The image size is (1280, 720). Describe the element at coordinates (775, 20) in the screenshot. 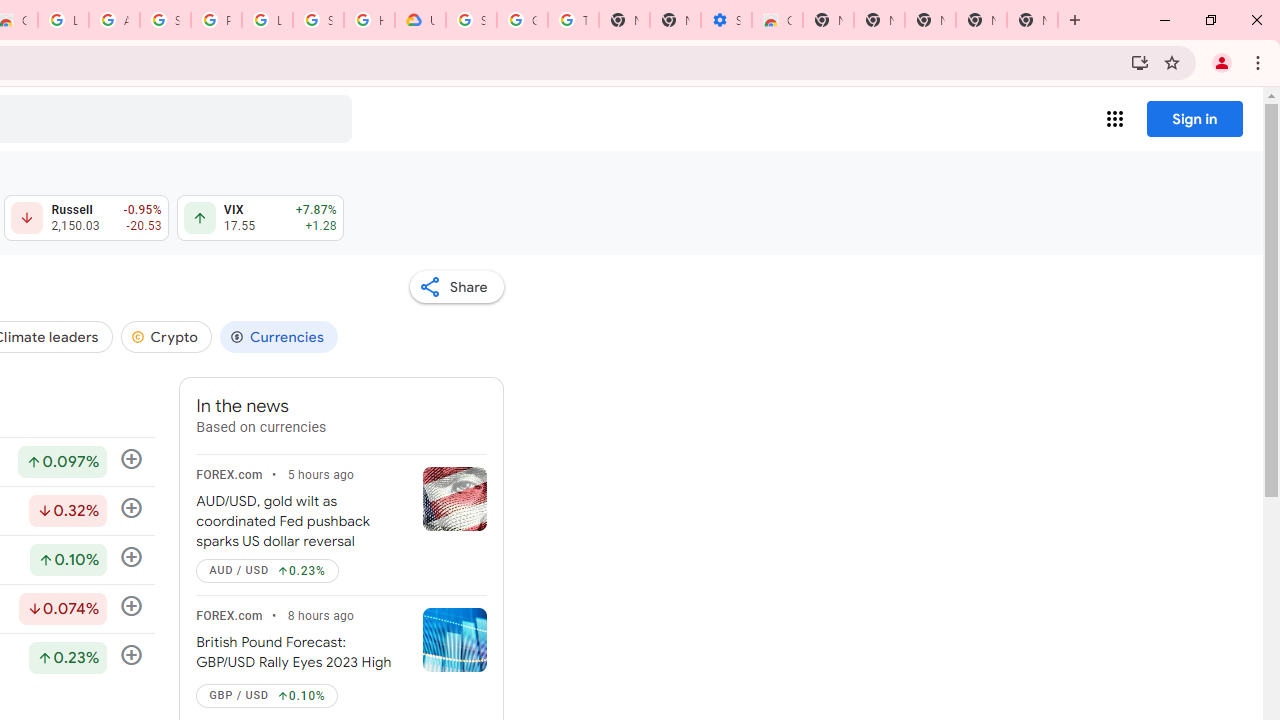

I see `'Chrome Web Store - Accessibility extensions'` at that location.